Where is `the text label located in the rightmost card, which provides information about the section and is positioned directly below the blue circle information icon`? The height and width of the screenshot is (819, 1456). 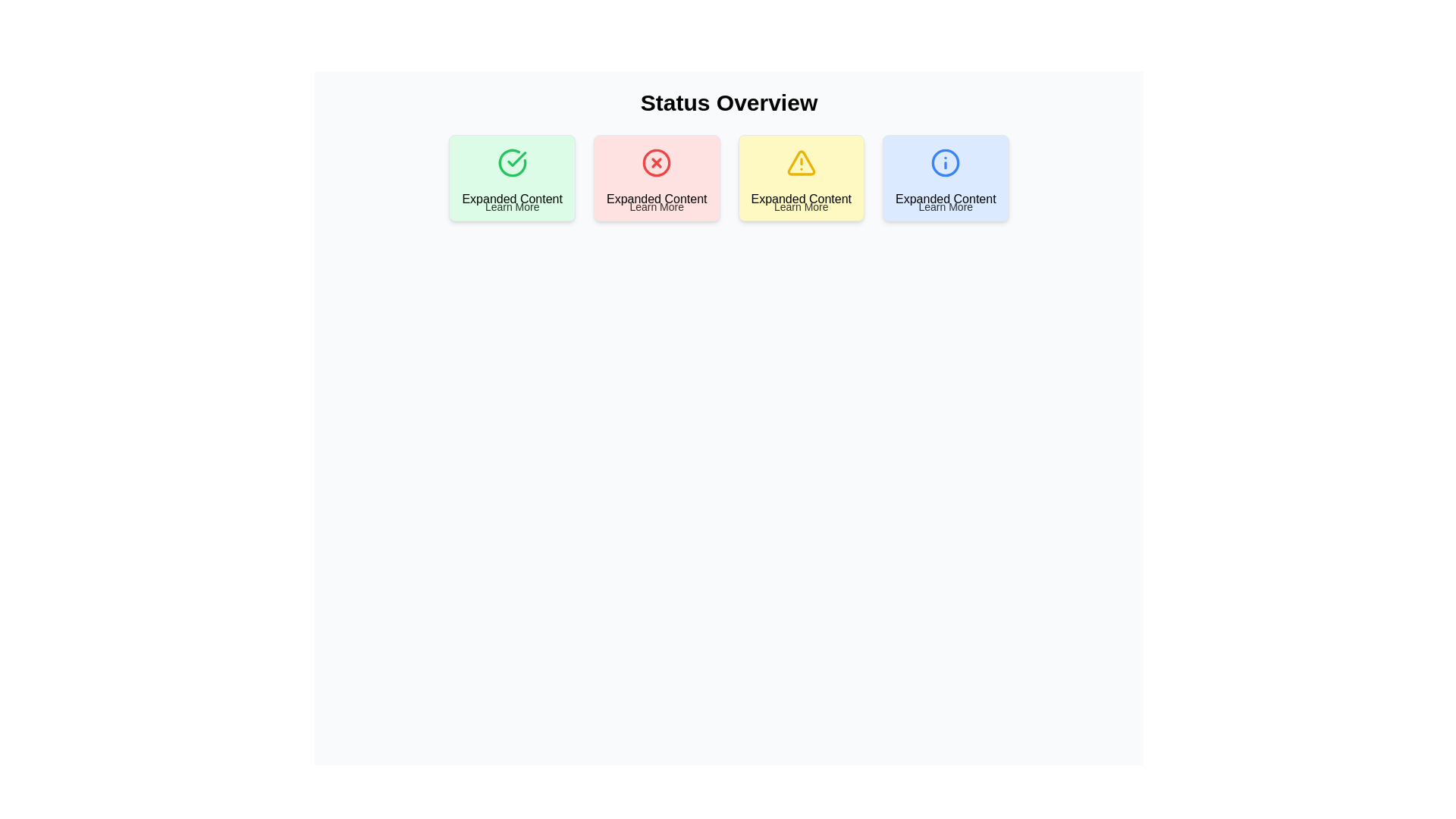
the text label located in the rightmost card, which provides information about the section and is positioned directly below the blue circle information icon is located at coordinates (945, 198).